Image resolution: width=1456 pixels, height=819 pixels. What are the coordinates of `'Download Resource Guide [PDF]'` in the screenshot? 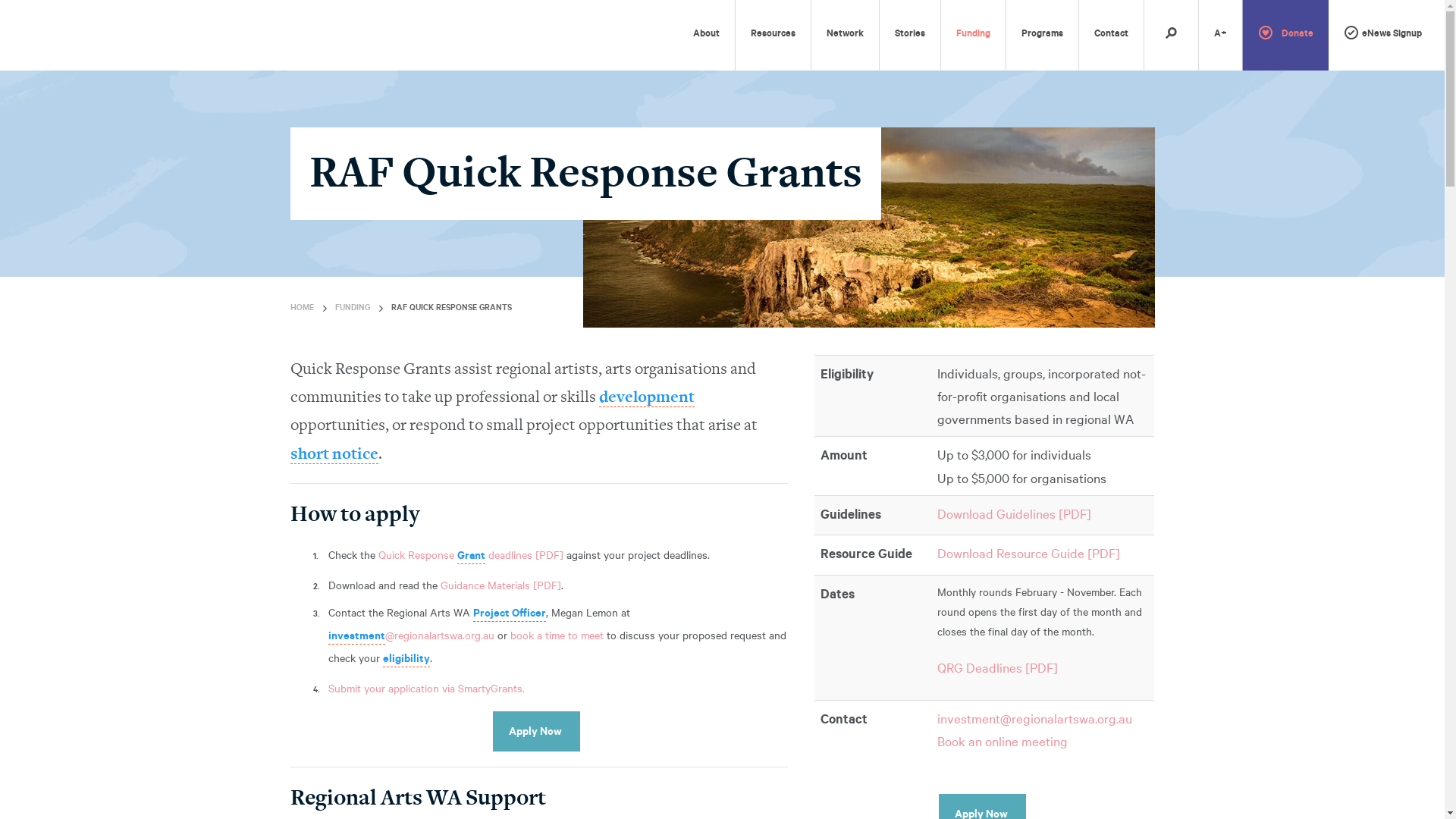 It's located at (1028, 552).